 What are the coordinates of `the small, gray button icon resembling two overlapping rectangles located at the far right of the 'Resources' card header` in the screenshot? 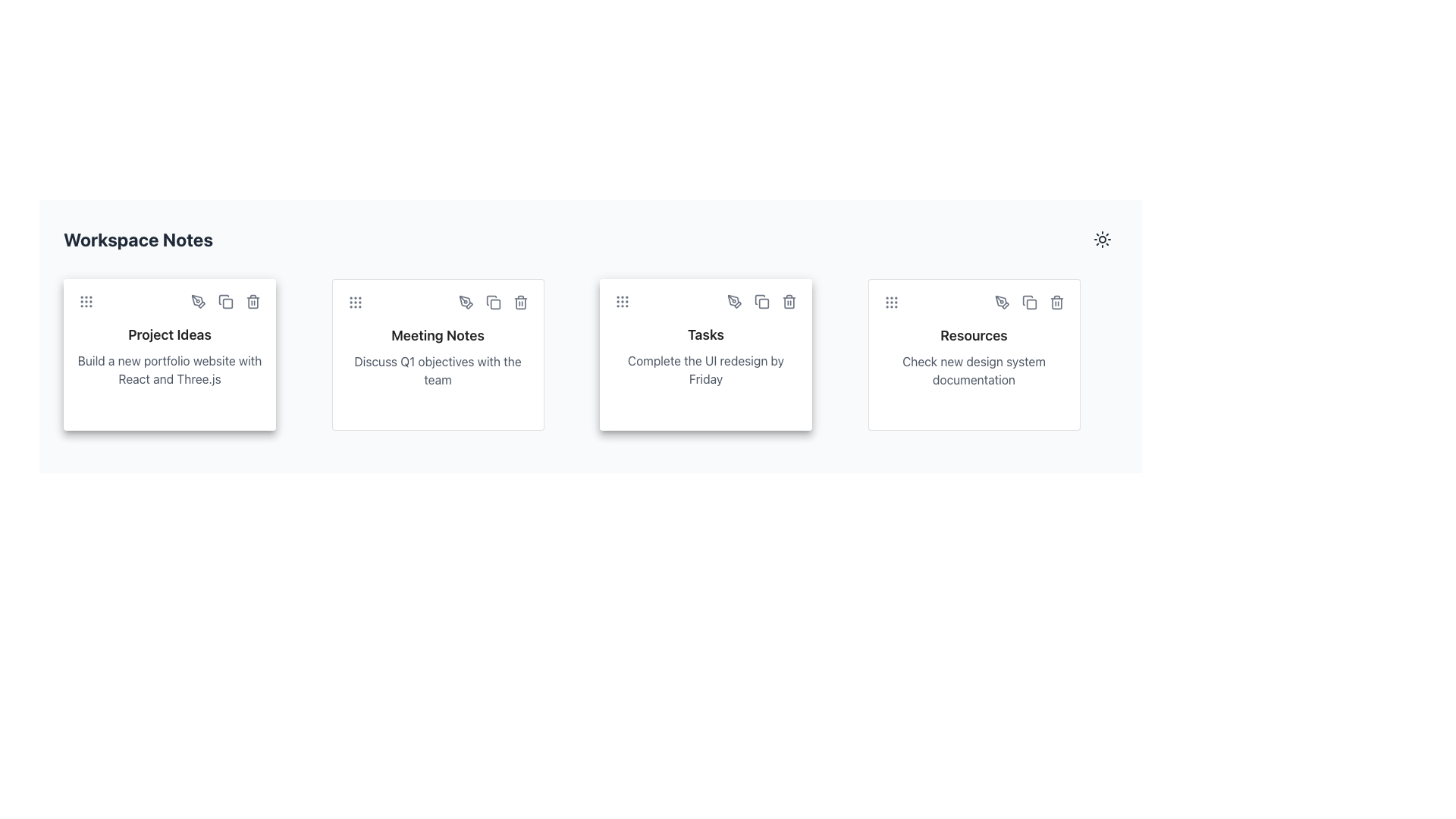 It's located at (1029, 302).